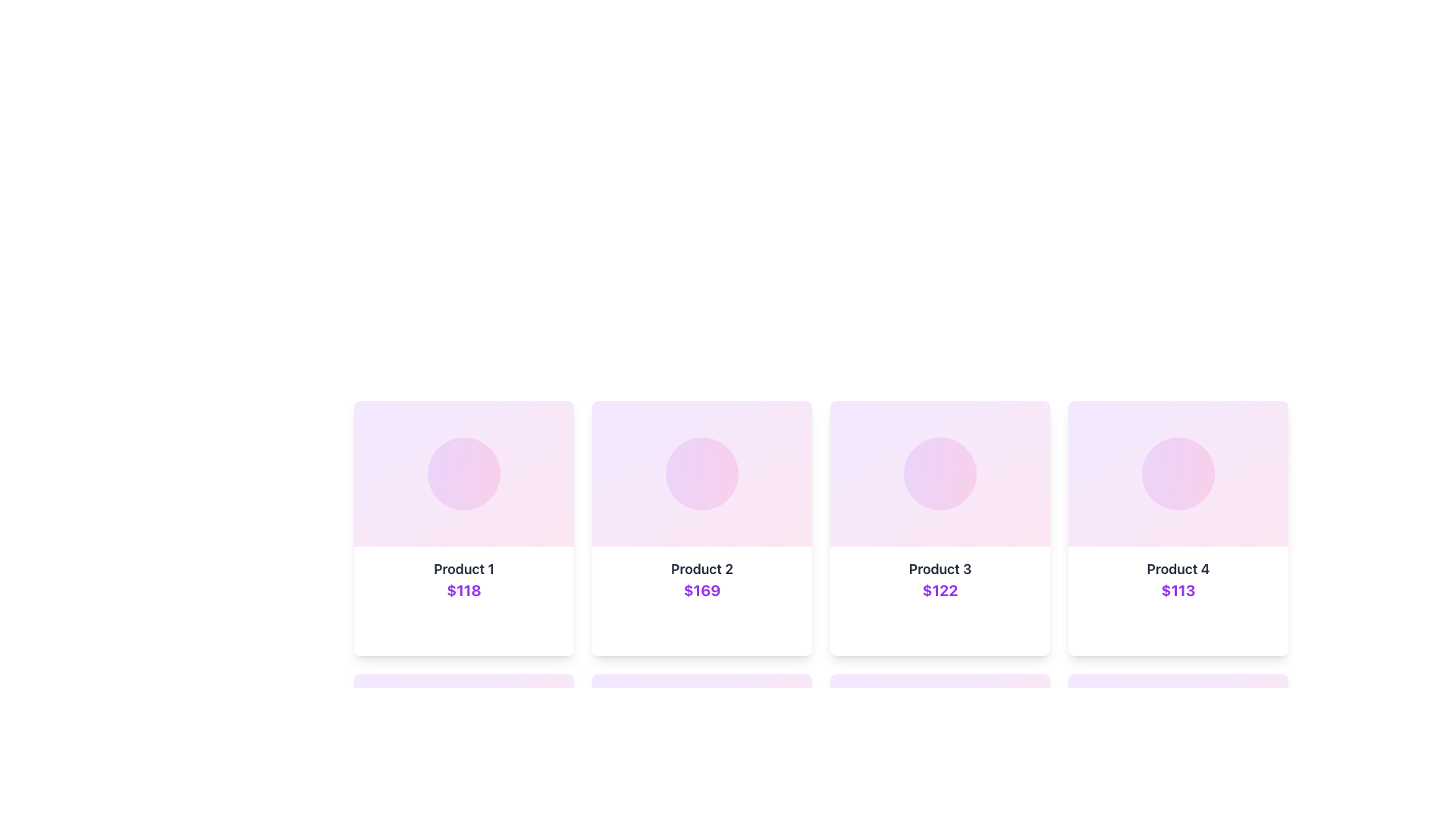 This screenshot has width=1456, height=819. Describe the element at coordinates (1178, 570) in the screenshot. I see `the text label that serves as the name or title of the product in the fourth card, located above the pricing text of '$113'` at that location.